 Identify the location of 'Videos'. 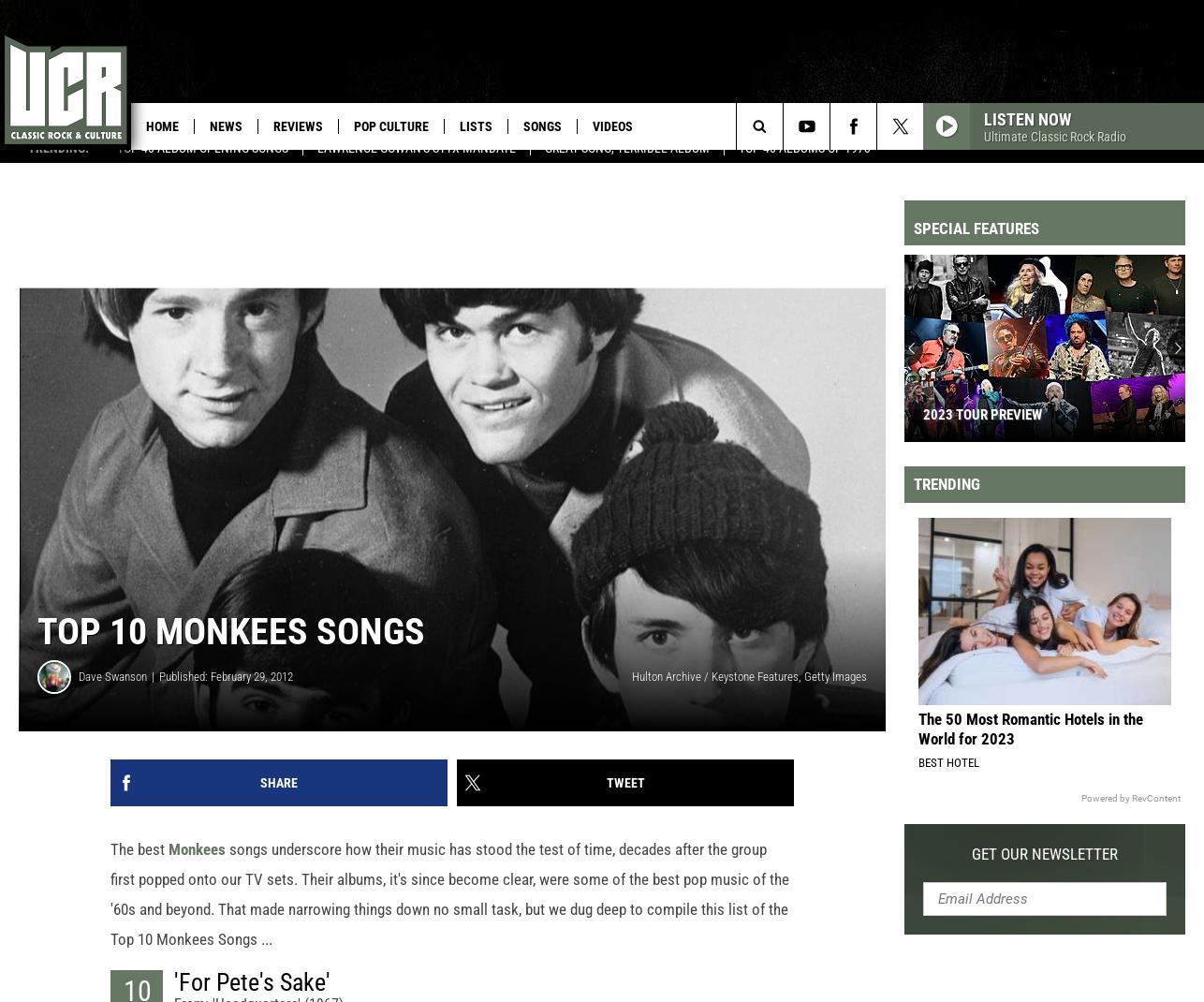
(612, 126).